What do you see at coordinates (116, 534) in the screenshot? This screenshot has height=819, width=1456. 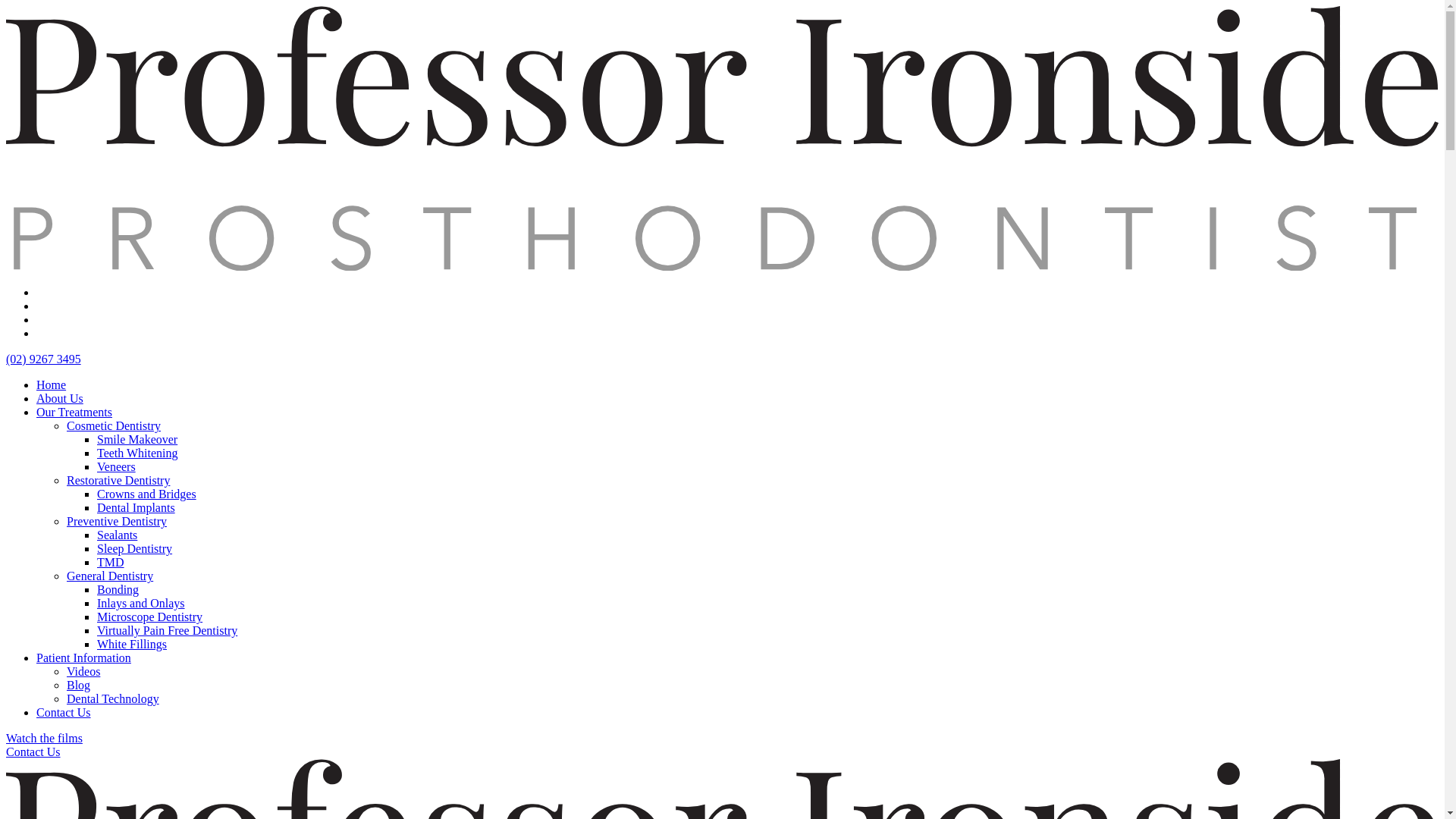 I see `'Sealants'` at bounding box center [116, 534].